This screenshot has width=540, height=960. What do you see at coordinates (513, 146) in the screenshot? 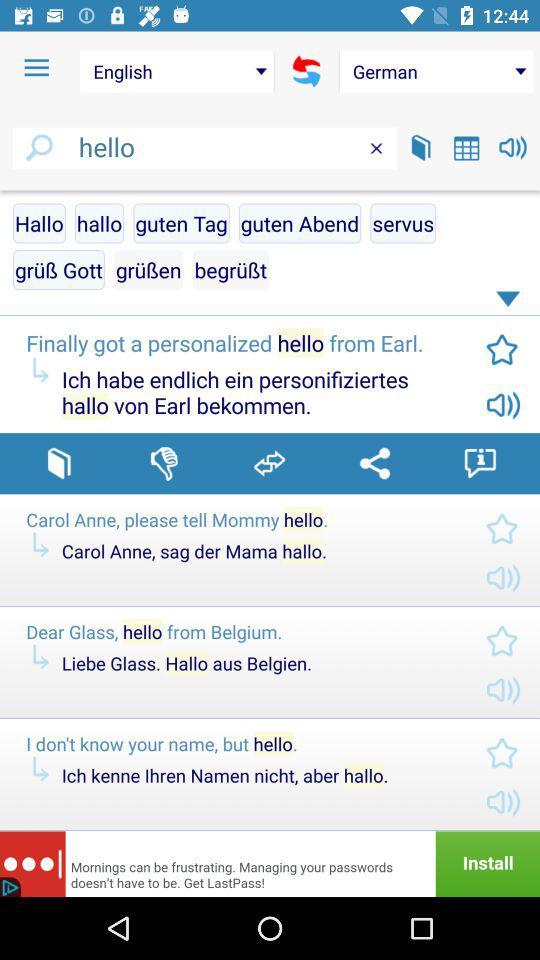
I see `tecla de volume` at bounding box center [513, 146].